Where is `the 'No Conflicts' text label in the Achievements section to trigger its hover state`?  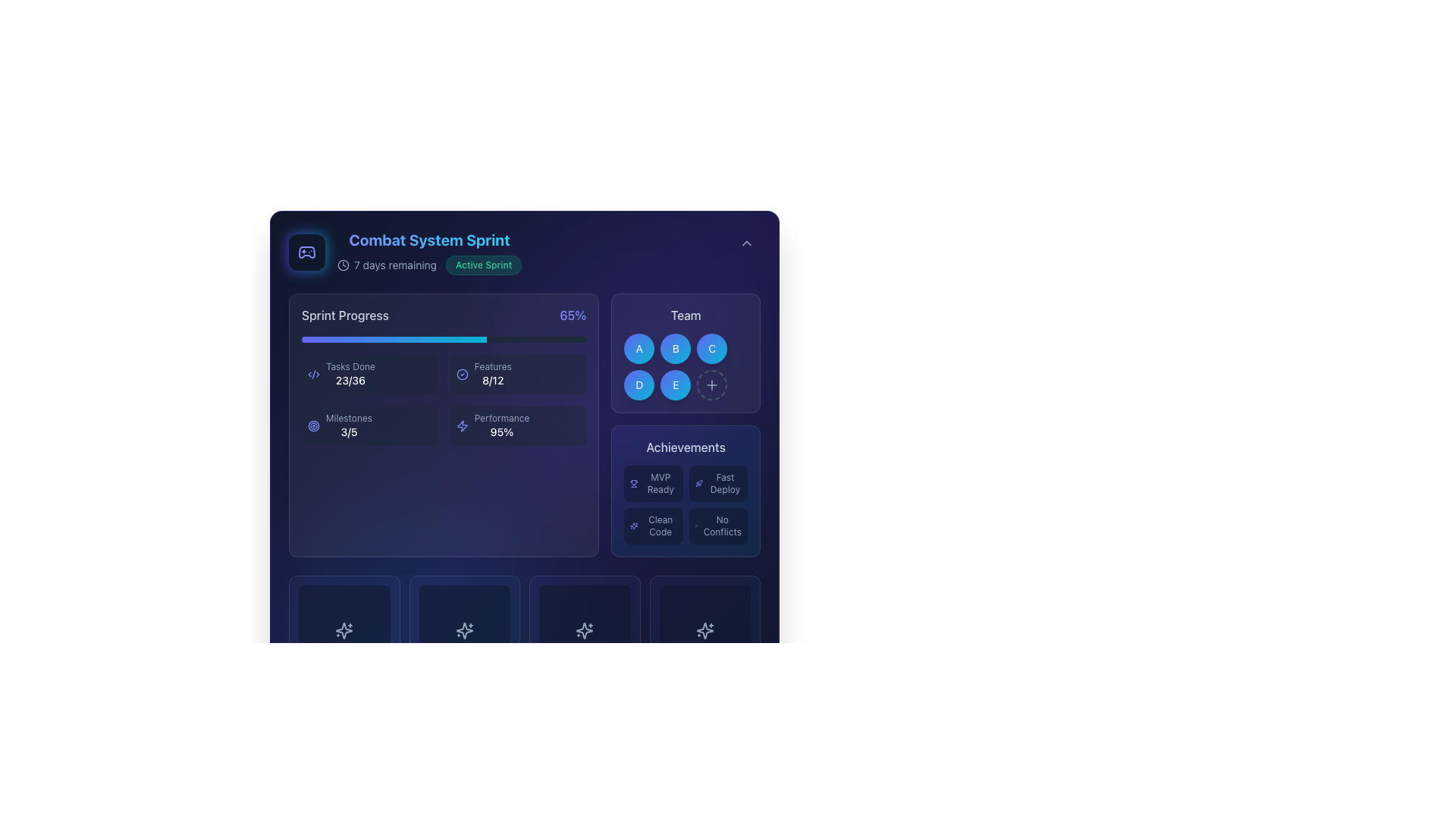
the 'No Conflicts' text label in the Achievements section to trigger its hover state is located at coordinates (721, 526).